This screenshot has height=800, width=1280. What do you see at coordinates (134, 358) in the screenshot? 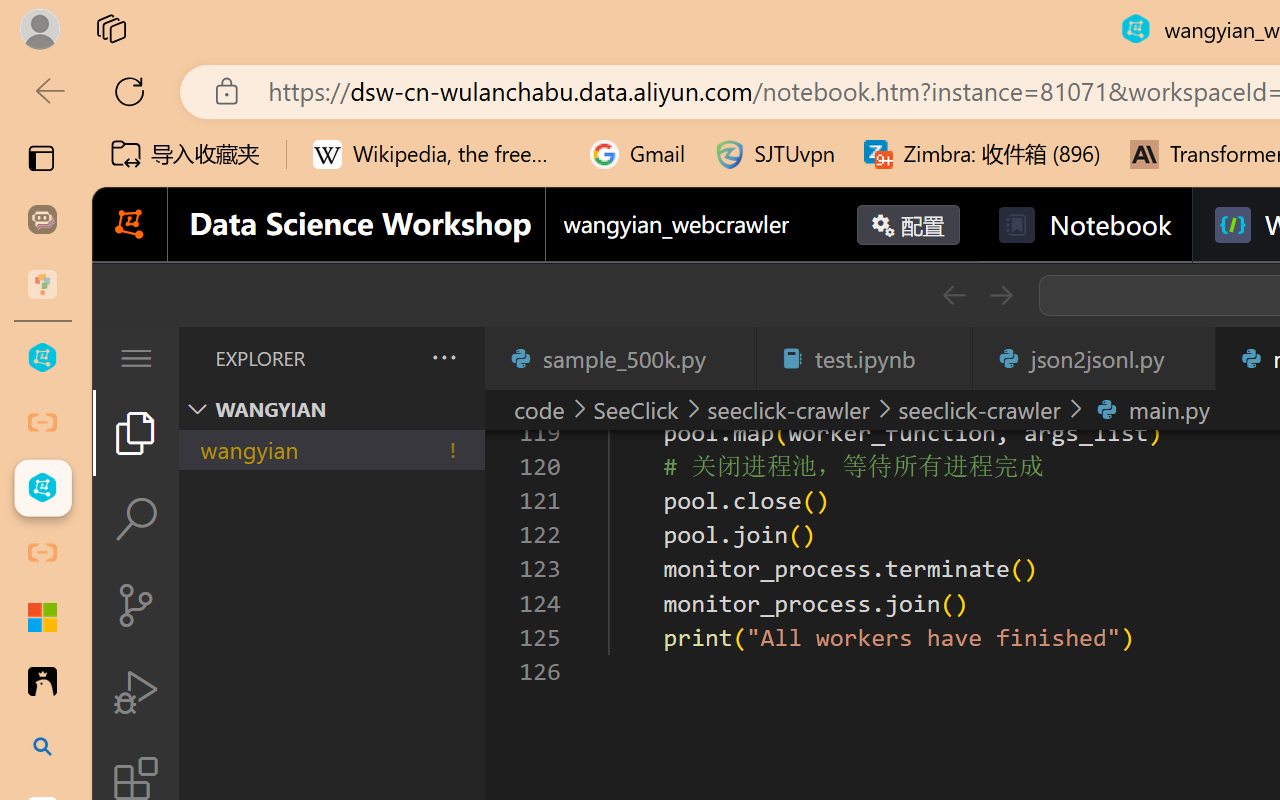
I see `'Class: menubar compact overflow-menu-only'` at bounding box center [134, 358].